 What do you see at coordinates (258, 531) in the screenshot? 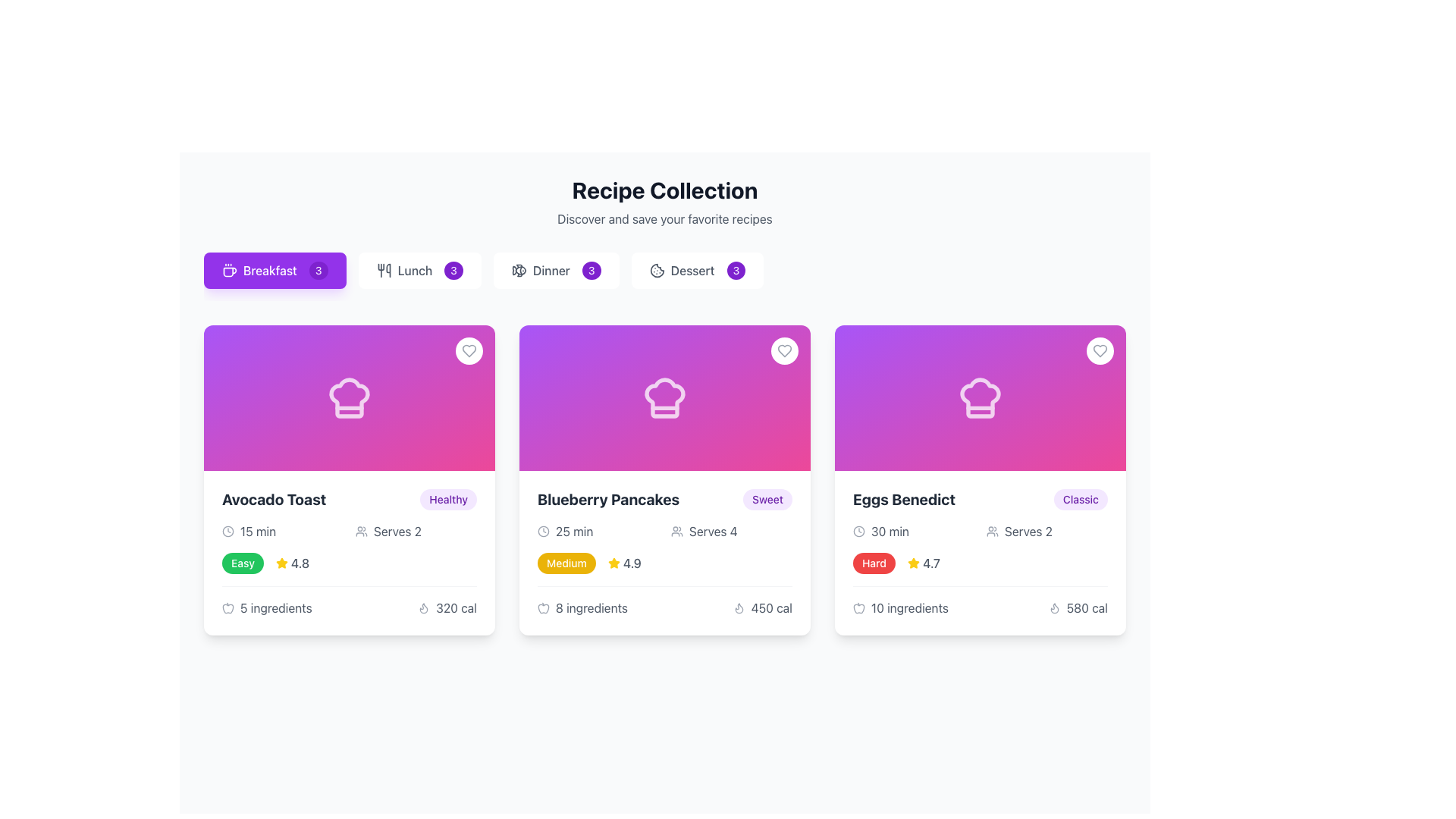
I see `the text label that provides information about the preparation time for the 'Avocado Toast' recipe, located on the left within the card's lower section, next to a clock icon` at bounding box center [258, 531].